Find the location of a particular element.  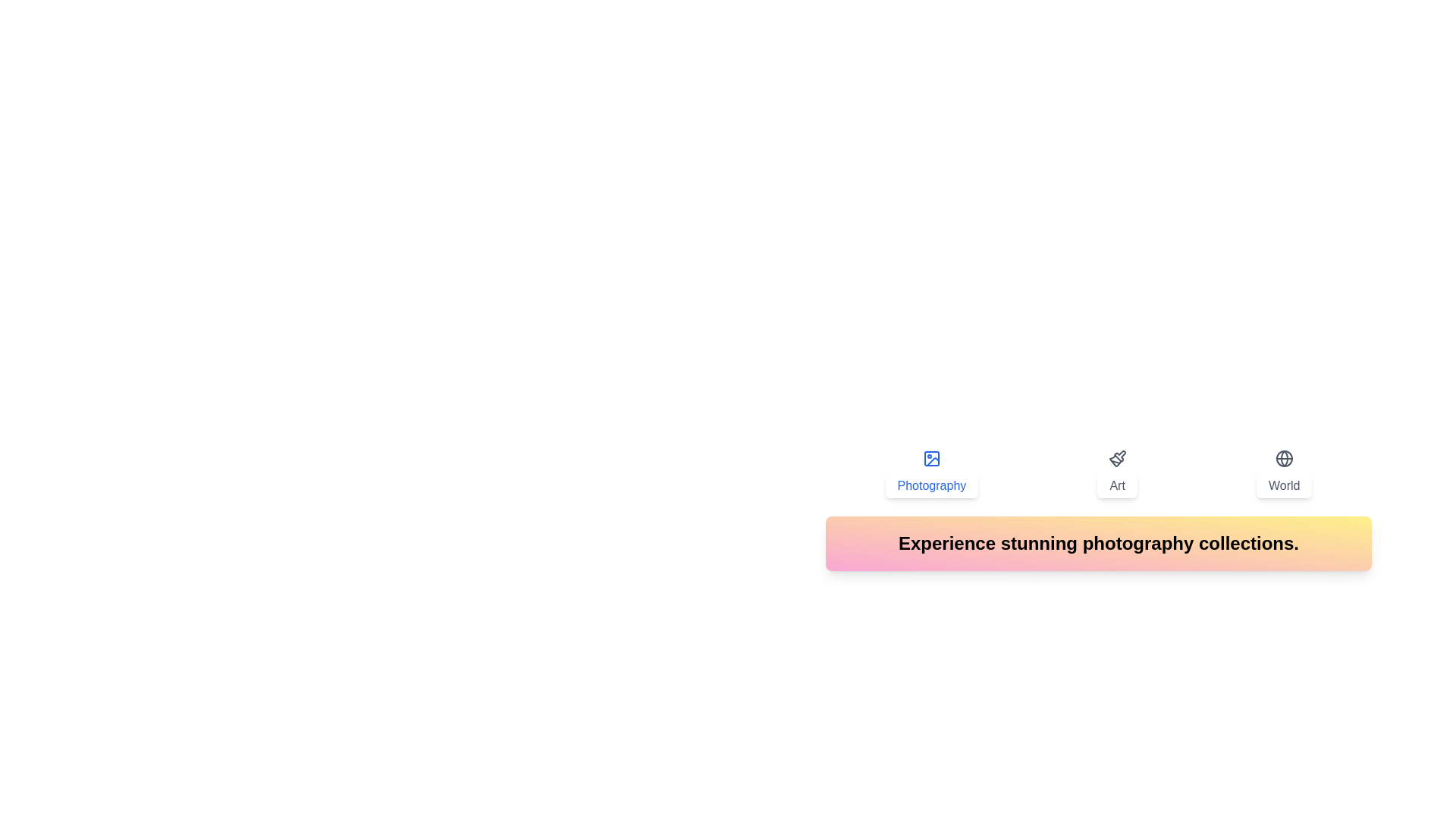

the World tab to activate it is located at coordinates (1283, 472).